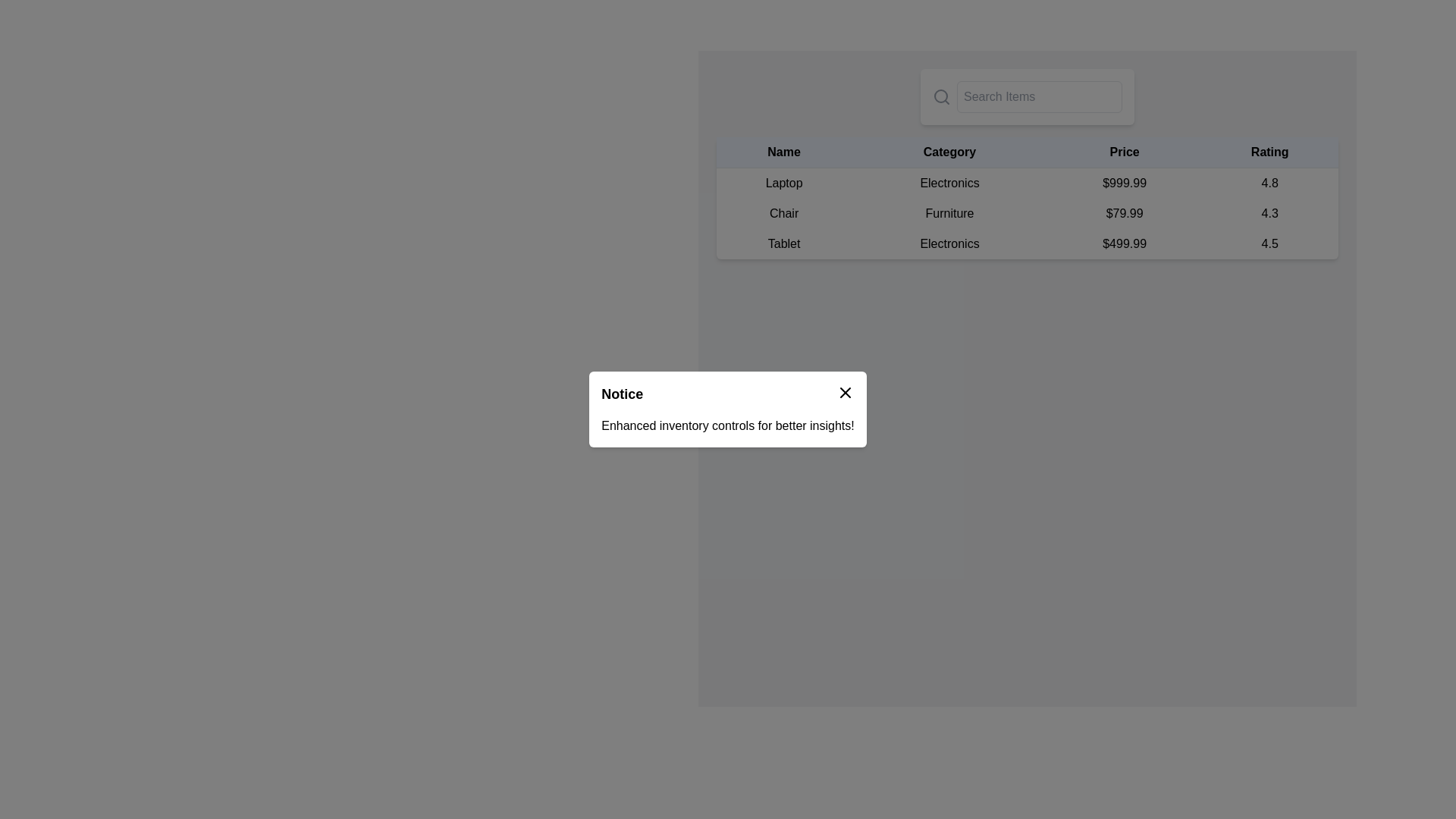 This screenshot has height=819, width=1456. Describe the element at coordinates (1027, 181) in the screenshot. I see `the first row of the product table displaying 'Laptop', 'Electronics', '$999.99', and '4.8' ratings` at that location.